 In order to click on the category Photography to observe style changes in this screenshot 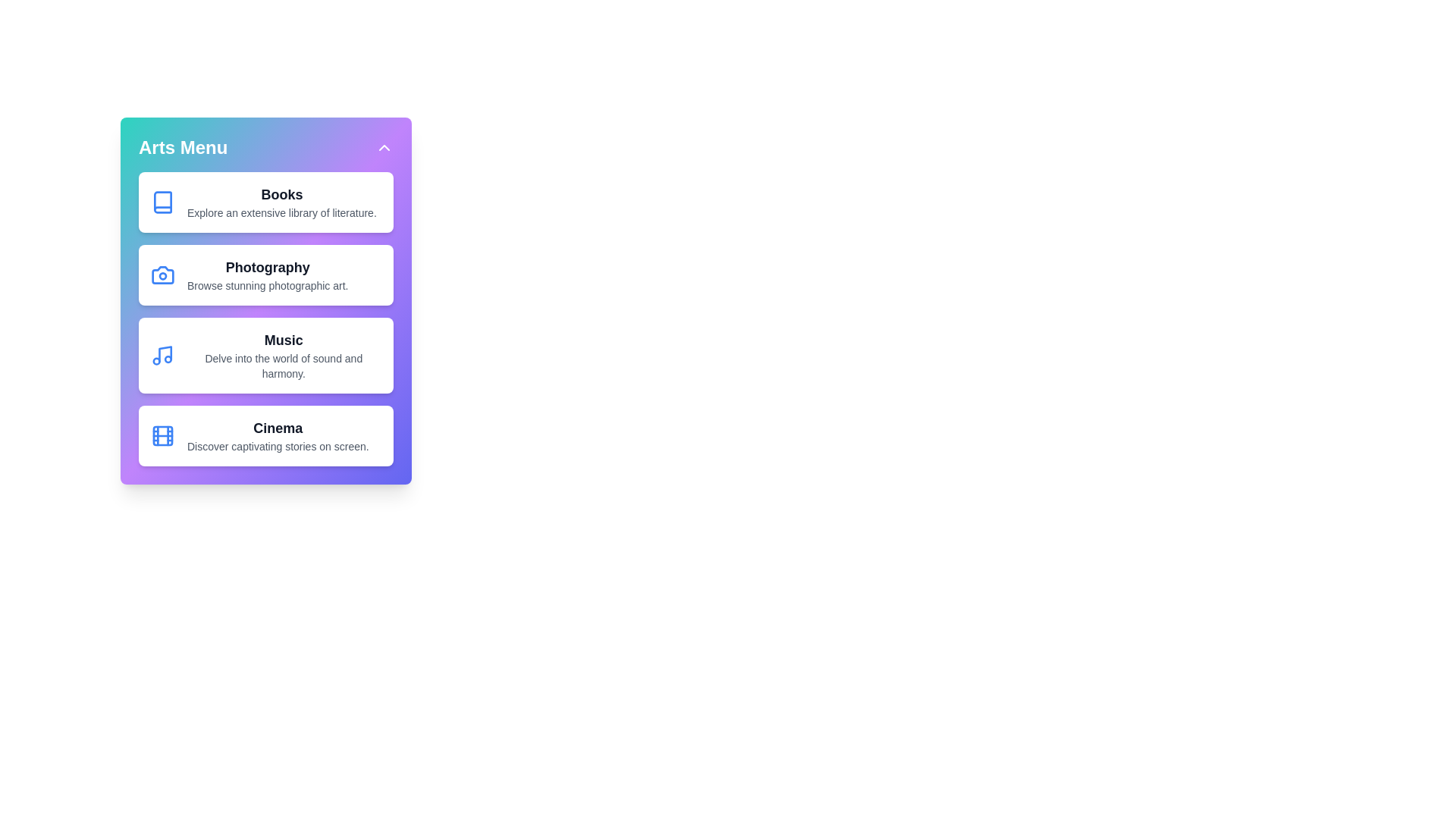, I will do `click(265, 275)`.